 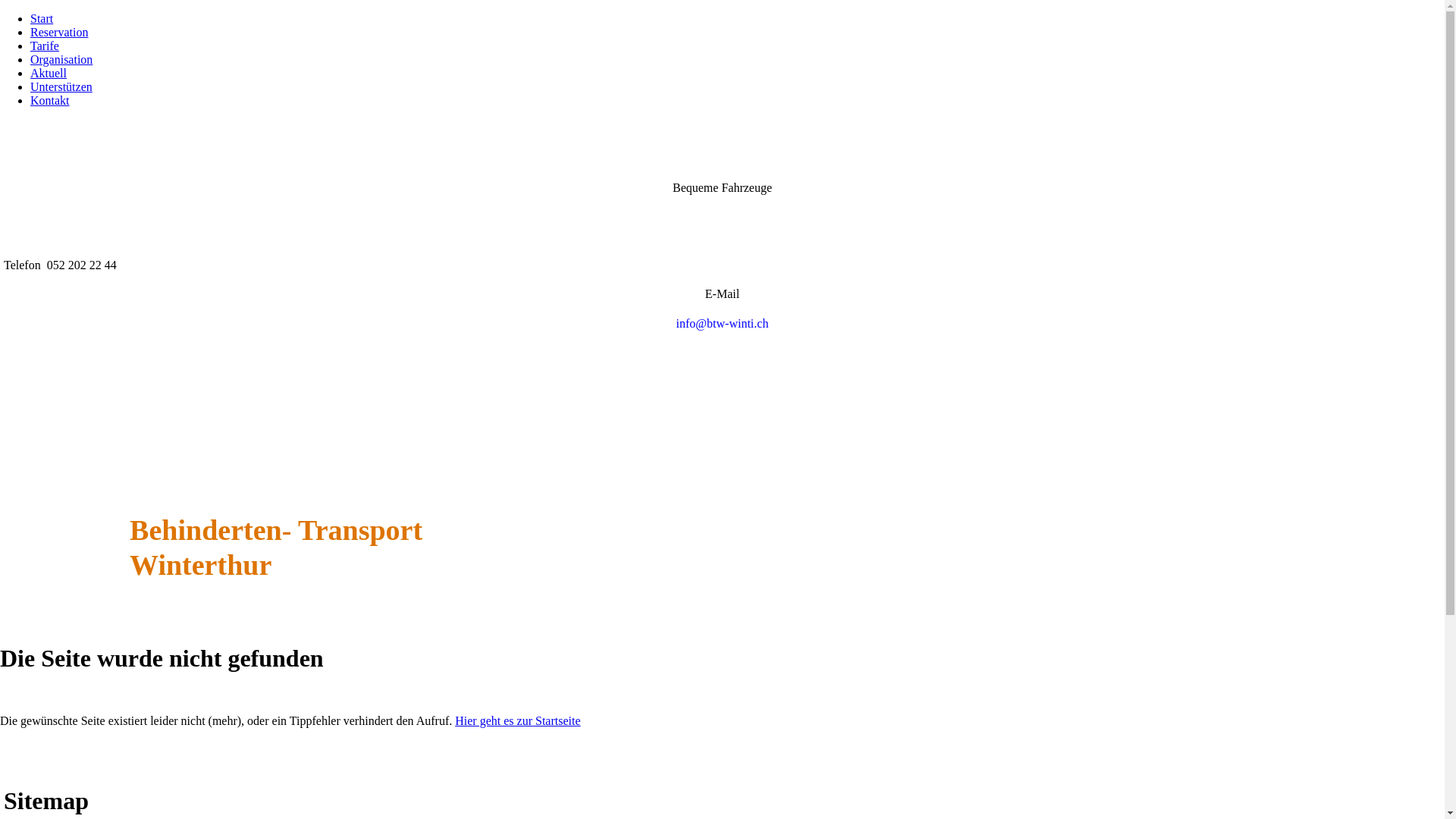 What do you see at coordinates (58, 32) in the screenshot?
I see `'Reservation'` at bounding box center [58, 32].